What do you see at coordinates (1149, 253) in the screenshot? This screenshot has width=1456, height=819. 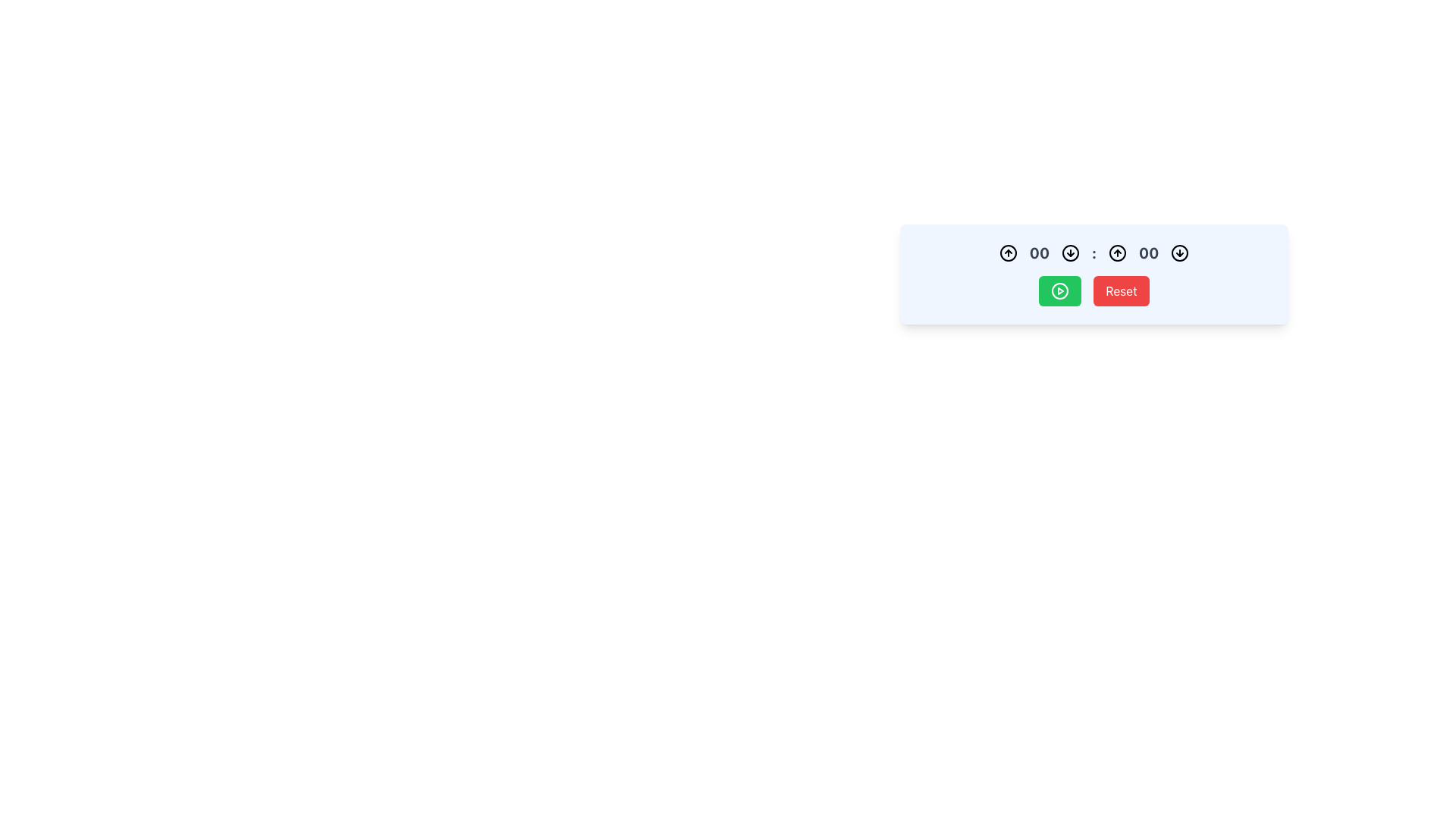 I see `the bolded numeric text '00' displayed in large gray font, which is the last numeric value in the time-like format '00:00', located to the right of the colon and neighboring control buttons` at bounding box center [1149, 253].